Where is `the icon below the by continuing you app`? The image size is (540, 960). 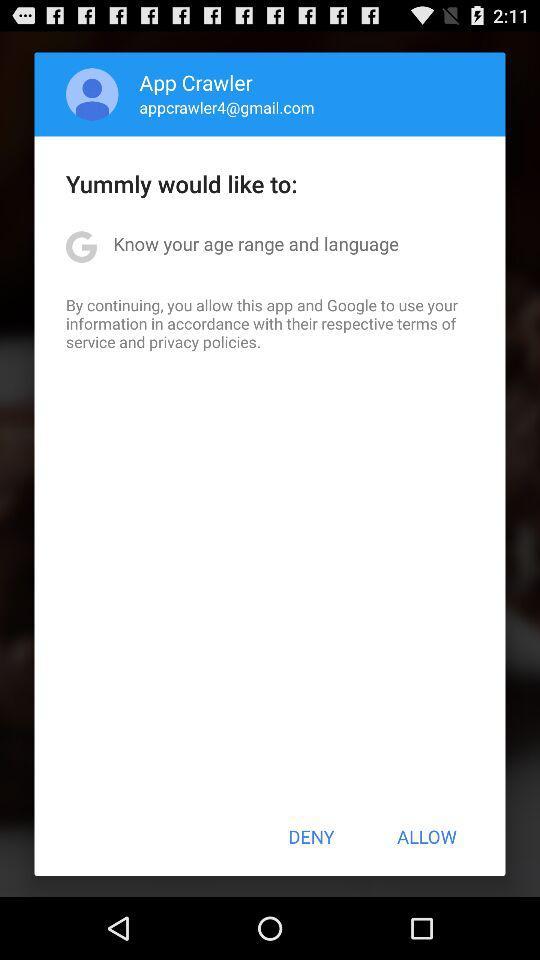
the icon below the by continuing you app is located at coordinates (311, 836).